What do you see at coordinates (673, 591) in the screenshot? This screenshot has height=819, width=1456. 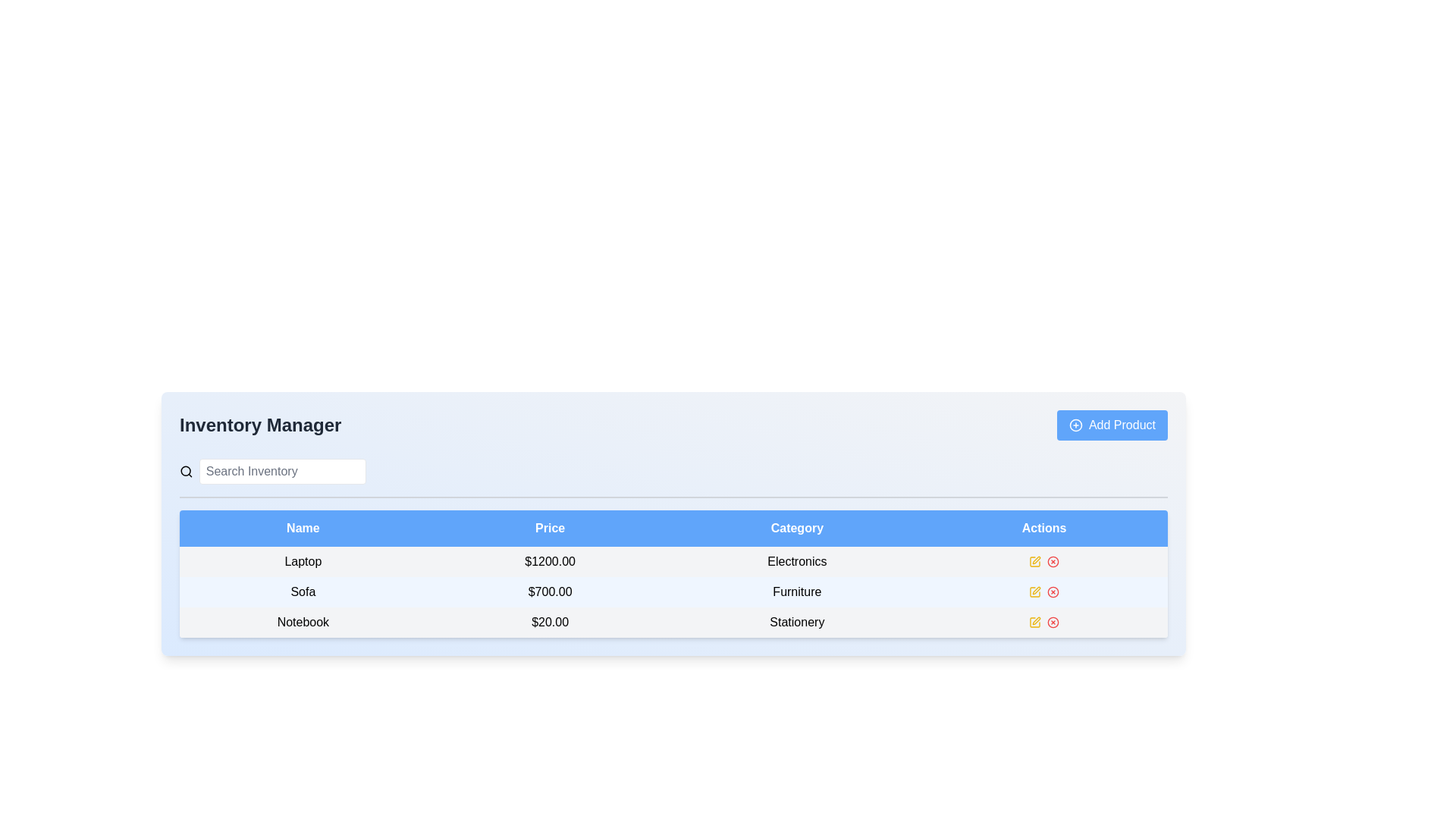 I see `the second row in the inventory table representing the item 'Sofa'` at bounding box center [673, 591].